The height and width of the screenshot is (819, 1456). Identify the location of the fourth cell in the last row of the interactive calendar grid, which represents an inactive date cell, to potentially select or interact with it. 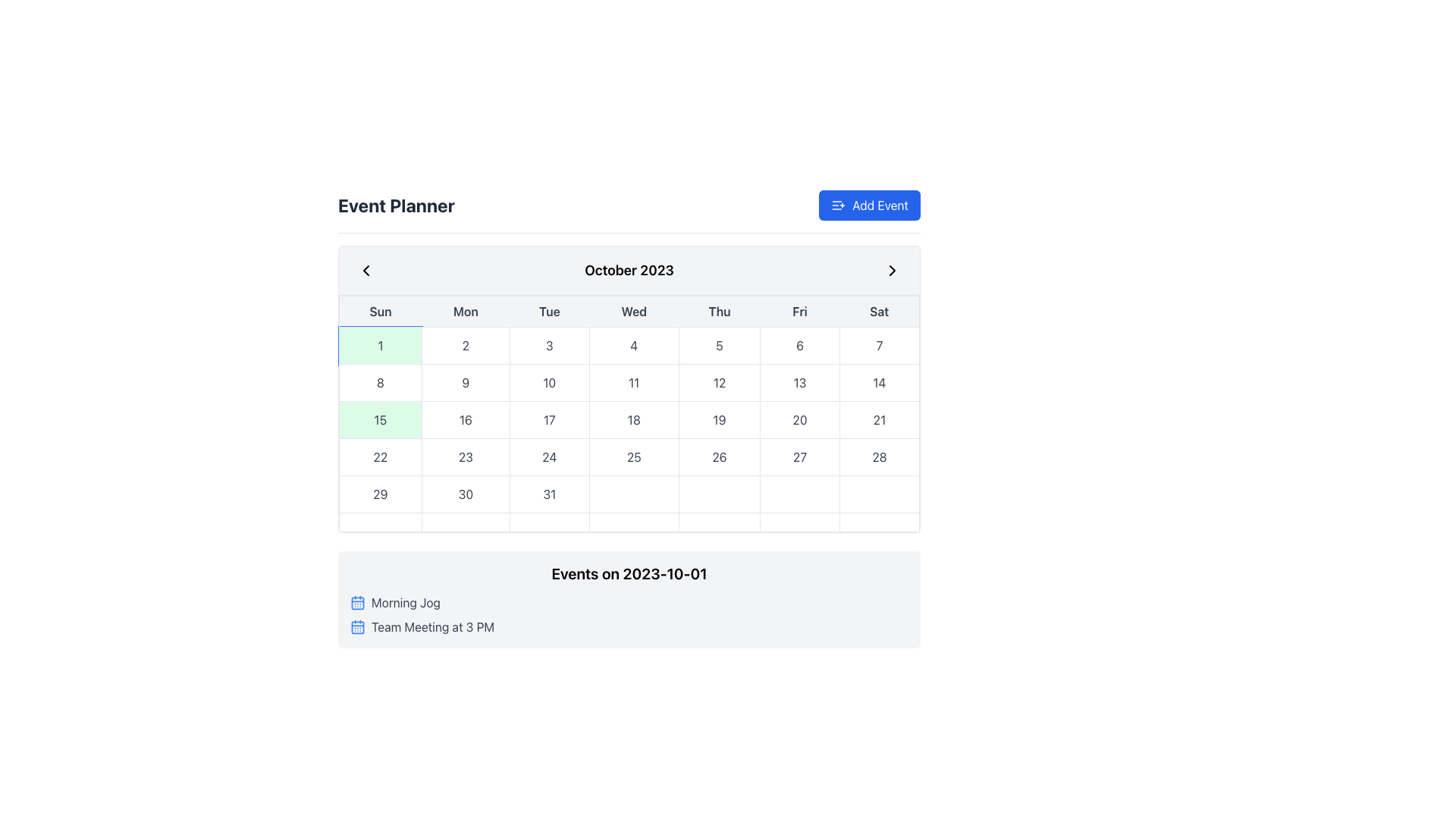
(634, 494).